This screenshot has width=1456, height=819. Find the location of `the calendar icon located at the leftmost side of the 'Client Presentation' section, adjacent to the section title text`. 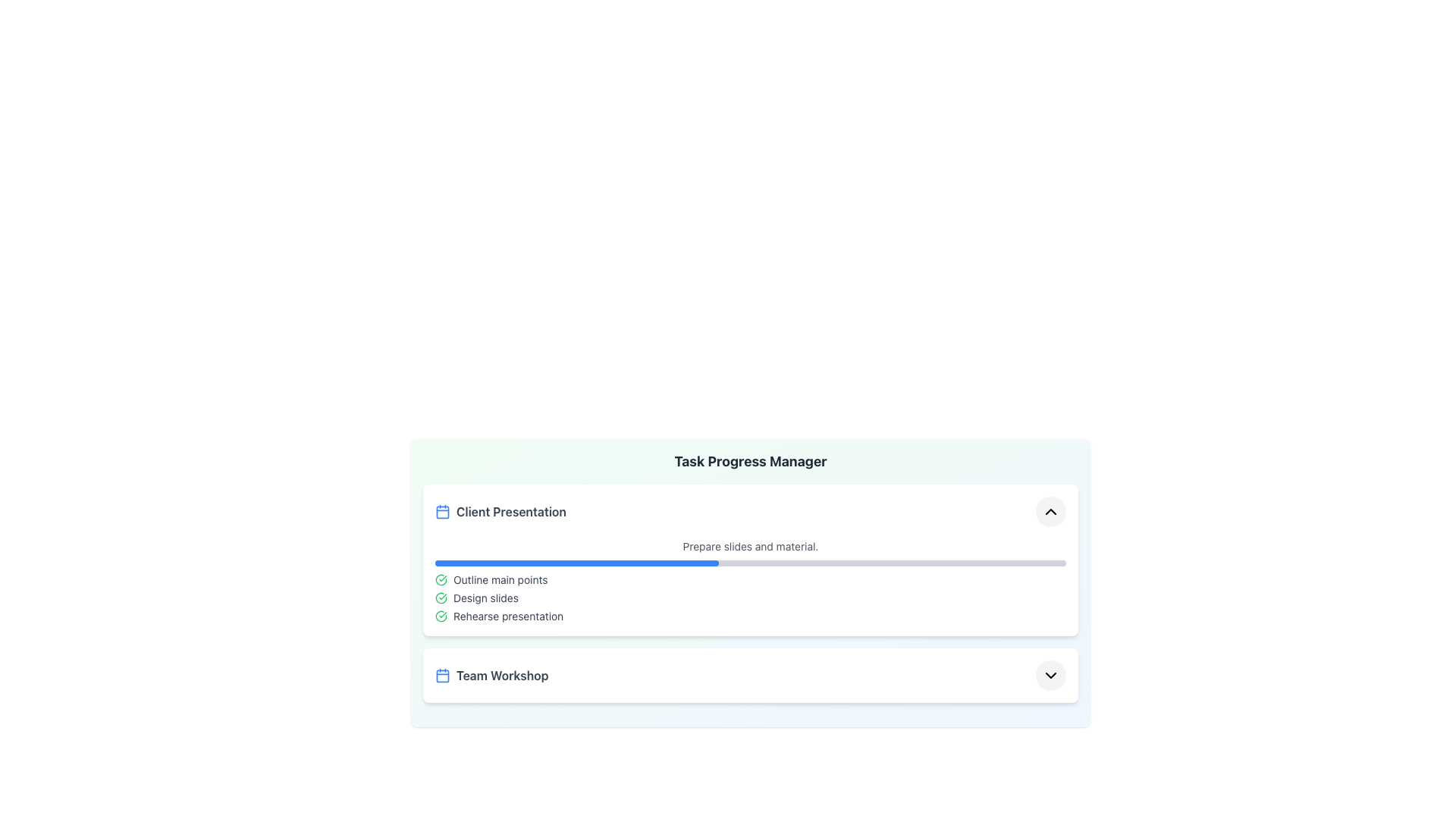

the calendar icon located at the leftmost side of the 'Client Presentation' section, adjacent to the section title text is located at coordinates (442, 512).